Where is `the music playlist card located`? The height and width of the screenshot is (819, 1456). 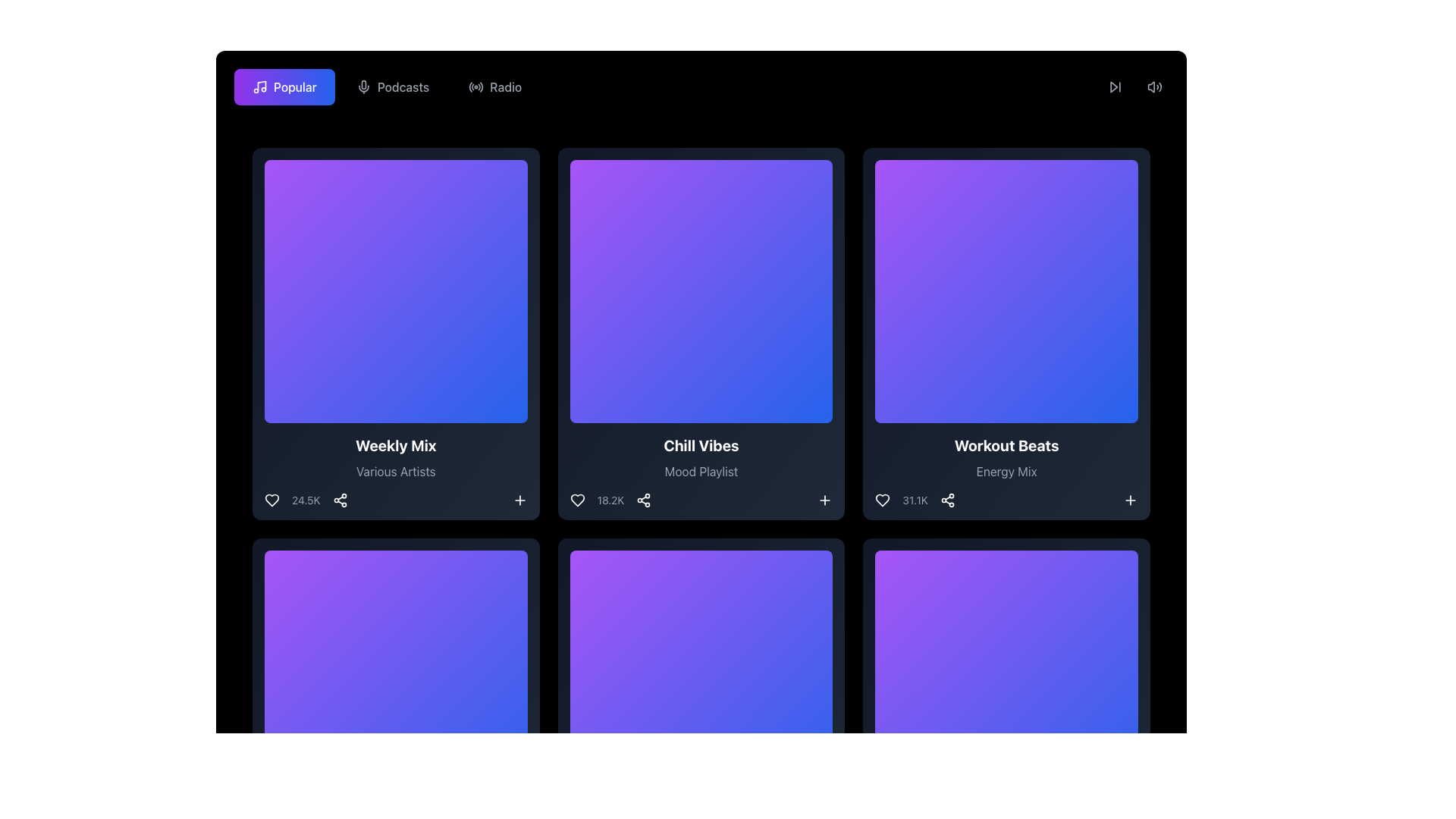 the music playlist card located is located at coordinates (701, 333).